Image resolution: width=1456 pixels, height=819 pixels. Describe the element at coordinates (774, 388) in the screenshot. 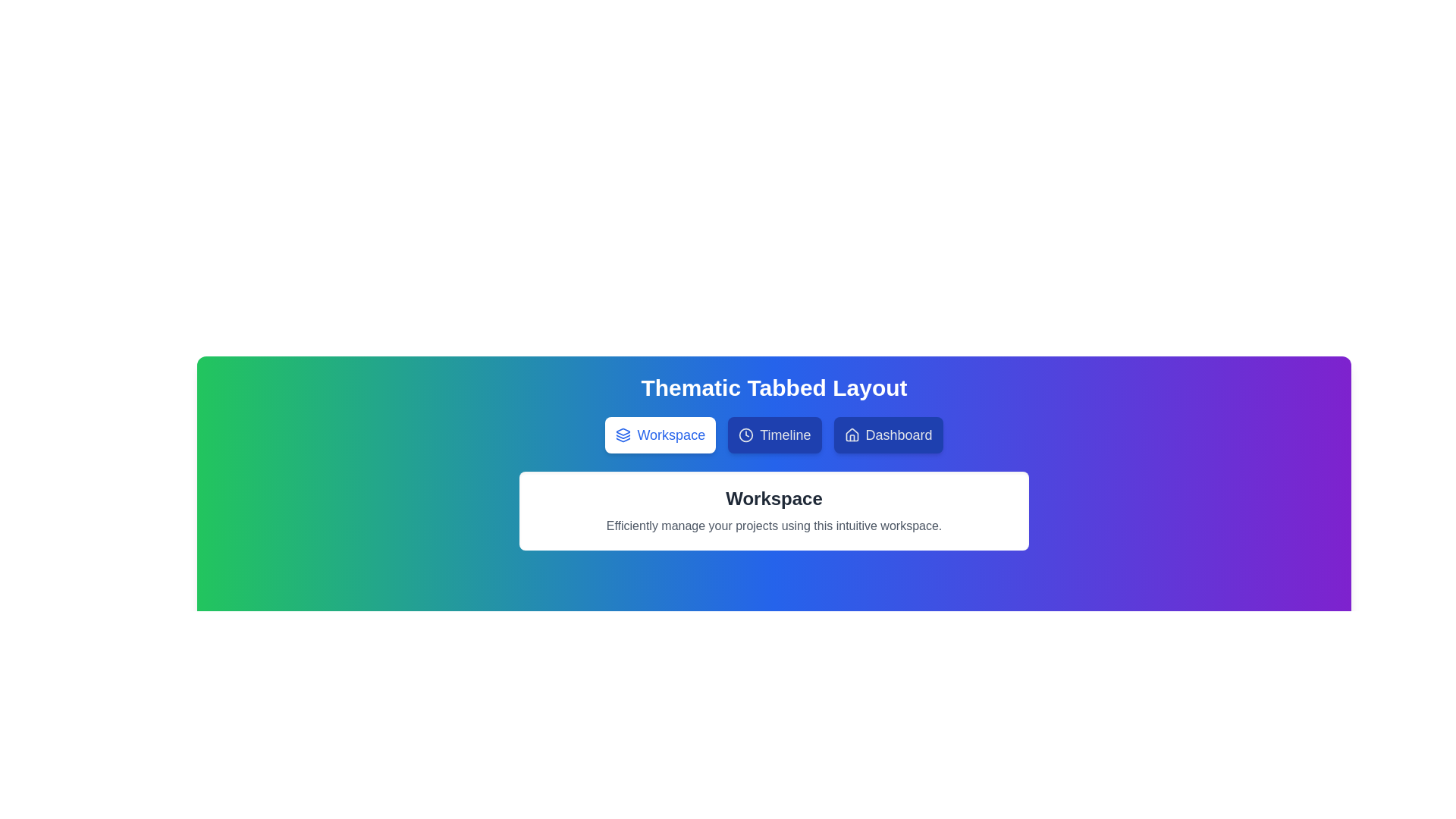

I see `text from the heading element that serves as the title for the section, which is centrally located above the tab-like buttons labeled 'Workspace', 'Timeline', and 'Dashboard'` at that location.